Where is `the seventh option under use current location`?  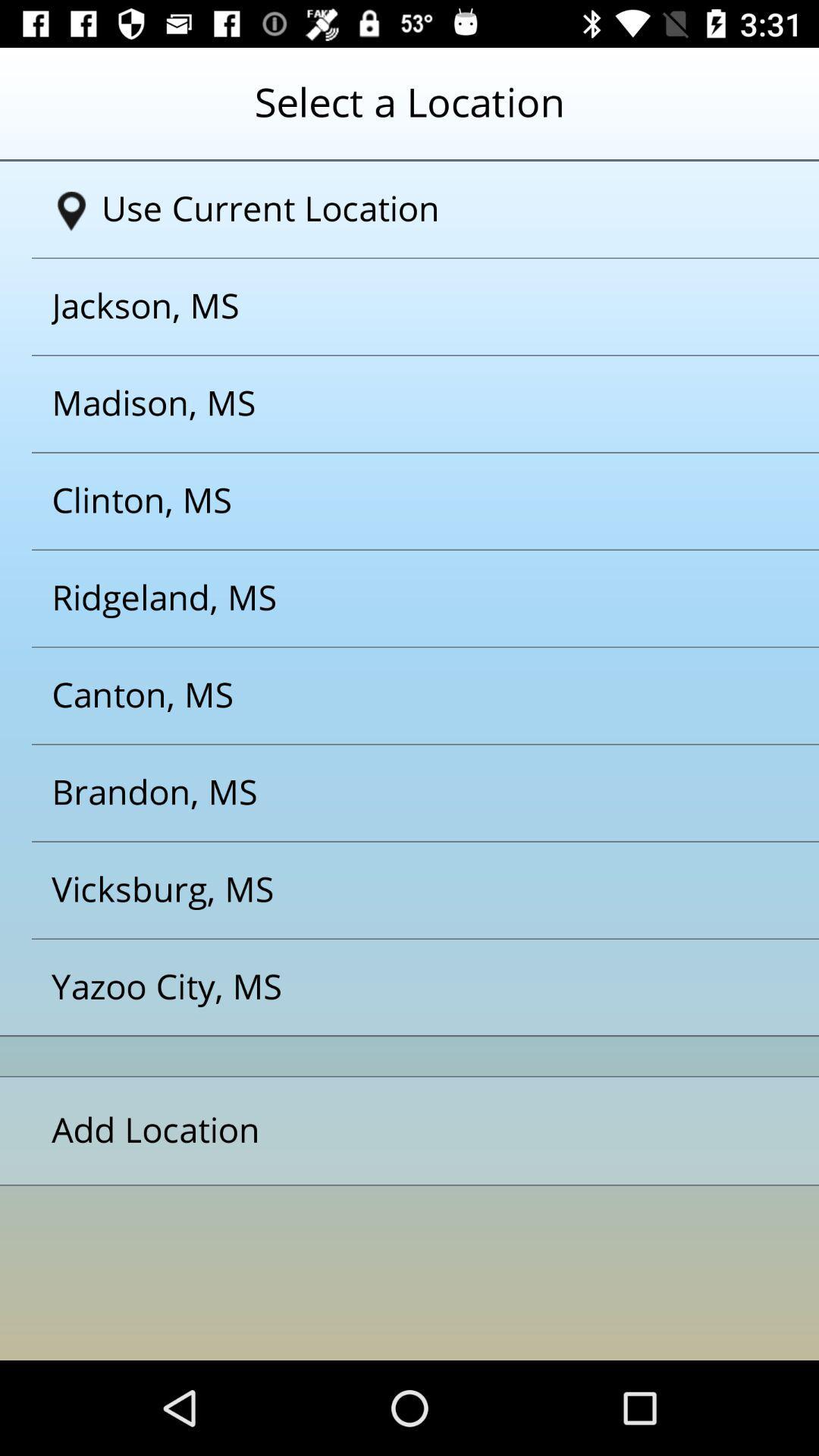 the seventh option under use current location is located at coordinates (390, 890).